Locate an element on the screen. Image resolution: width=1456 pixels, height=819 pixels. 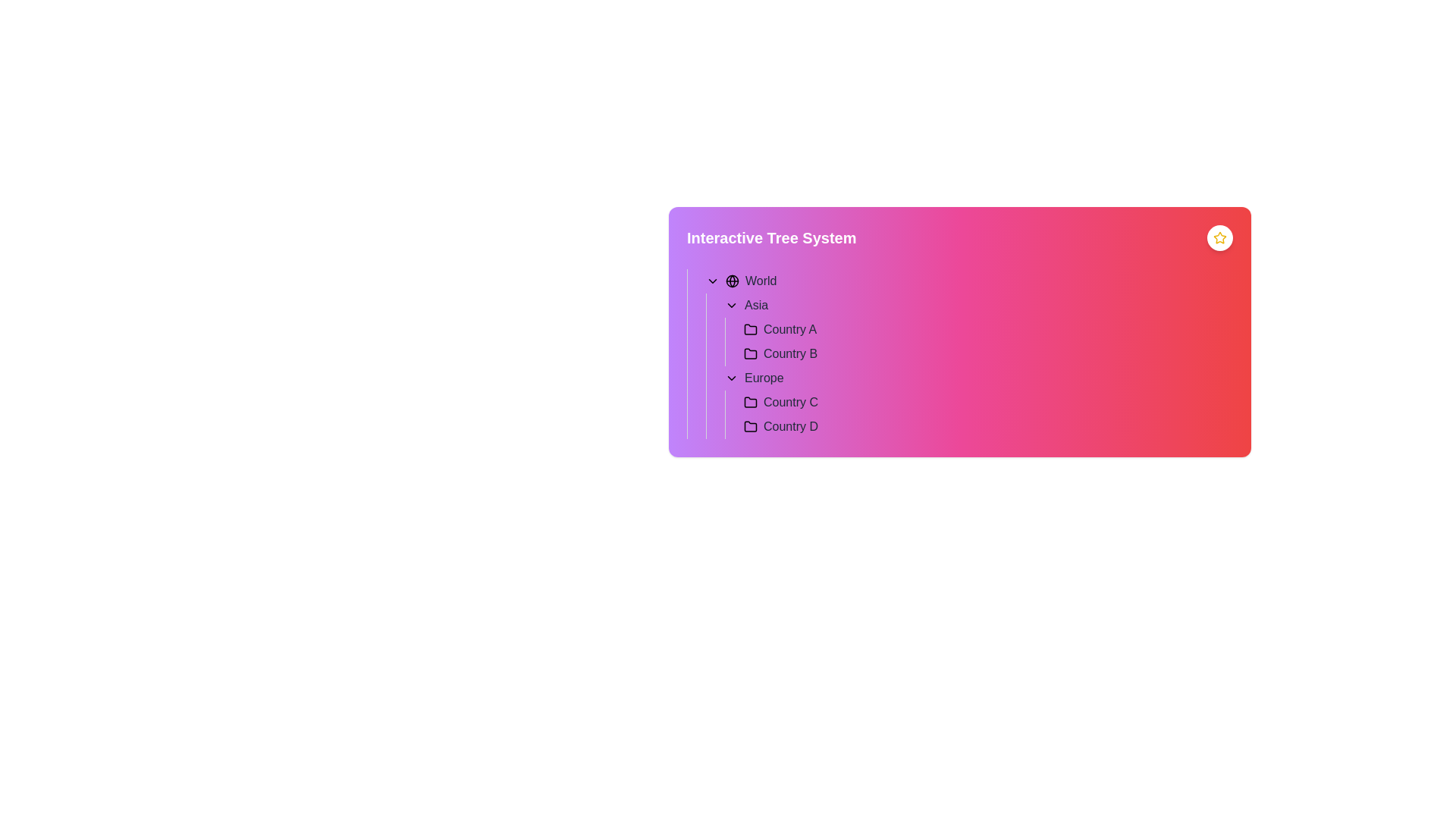
the SVG icon resembling a folder that represents the 'Country B' node in the hierarchical tree structure is located at coordinates (750, 353).